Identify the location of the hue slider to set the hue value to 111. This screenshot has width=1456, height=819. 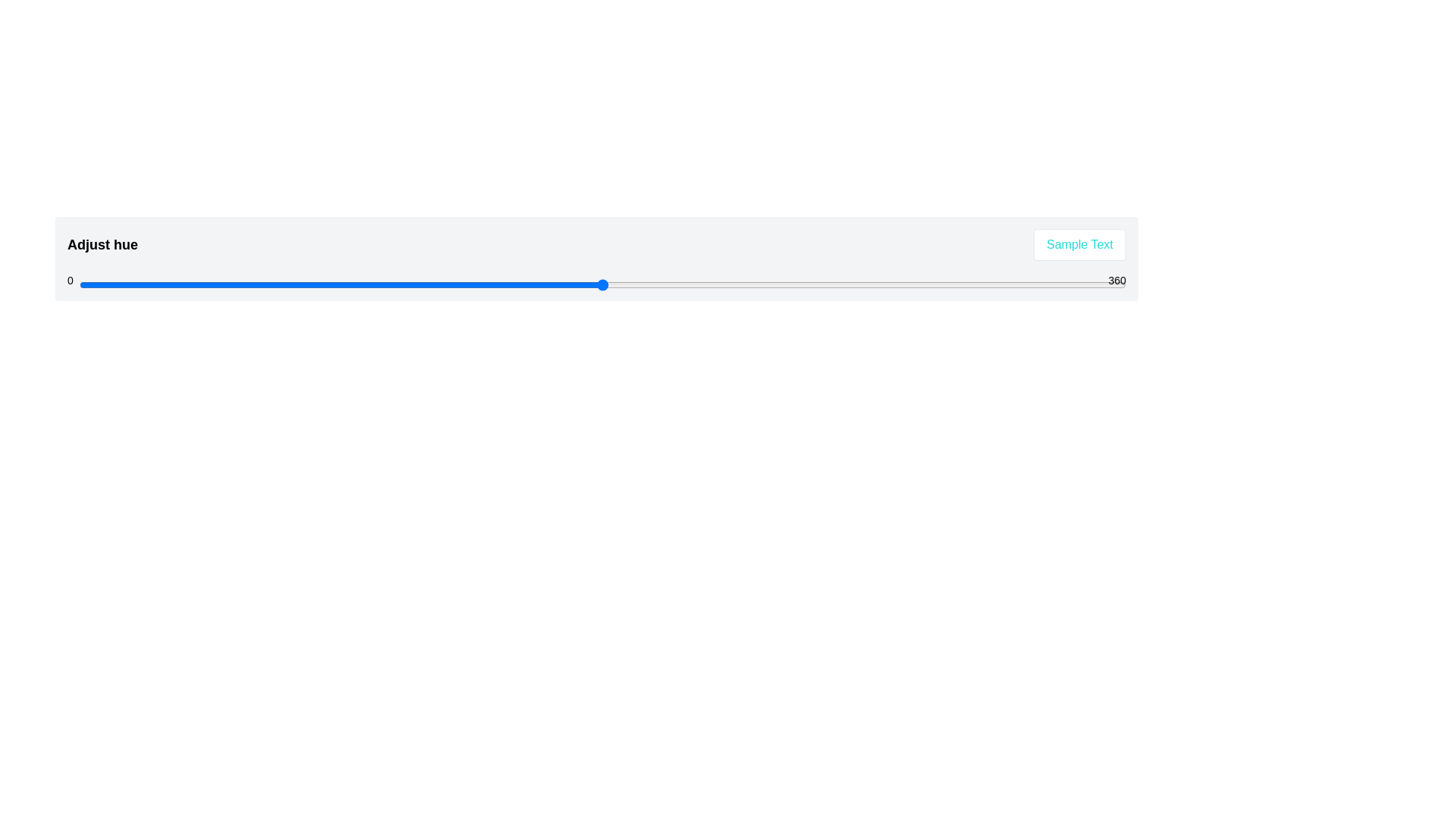
(402, 284).